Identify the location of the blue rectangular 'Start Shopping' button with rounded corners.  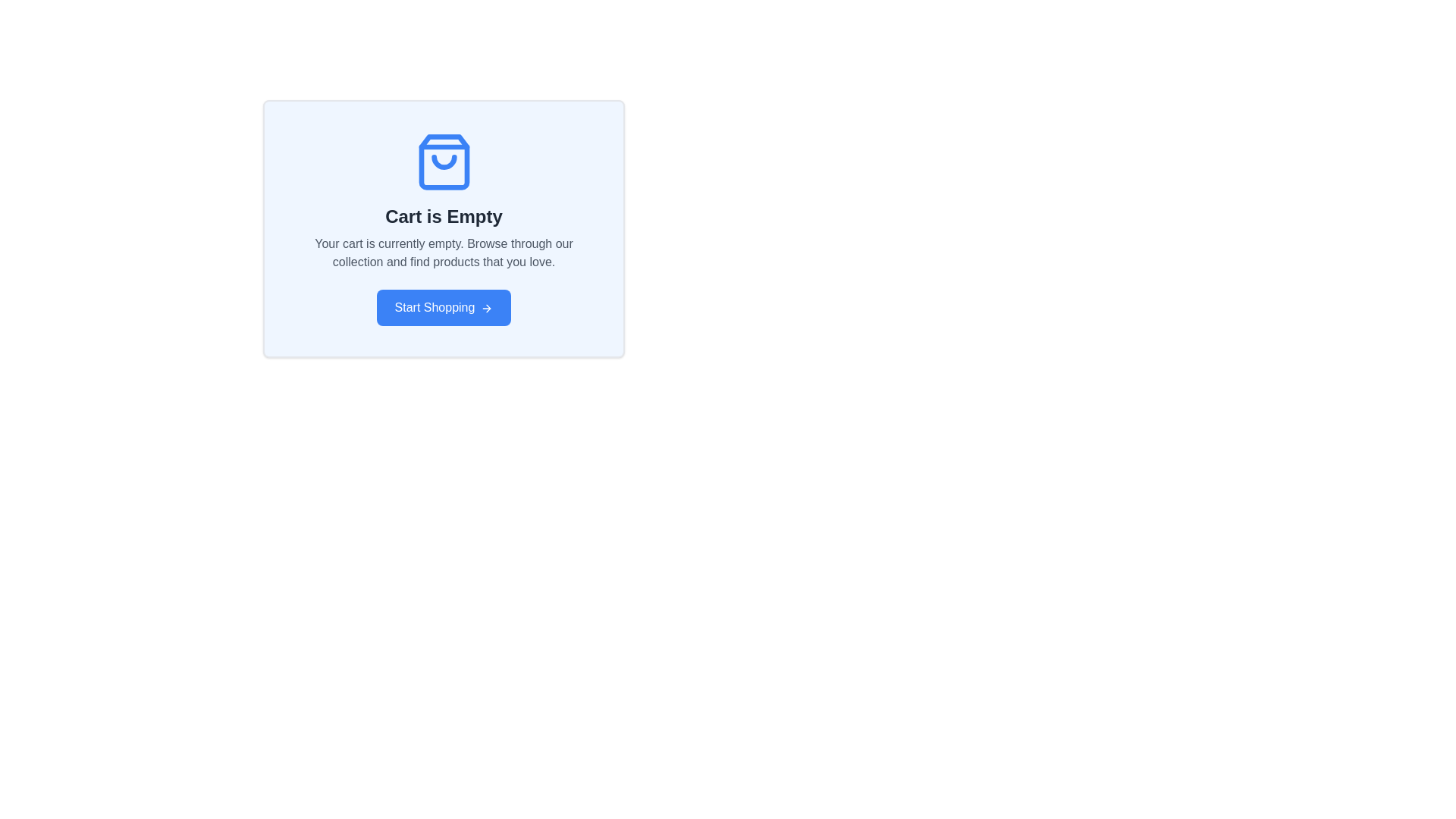
(443, 307).